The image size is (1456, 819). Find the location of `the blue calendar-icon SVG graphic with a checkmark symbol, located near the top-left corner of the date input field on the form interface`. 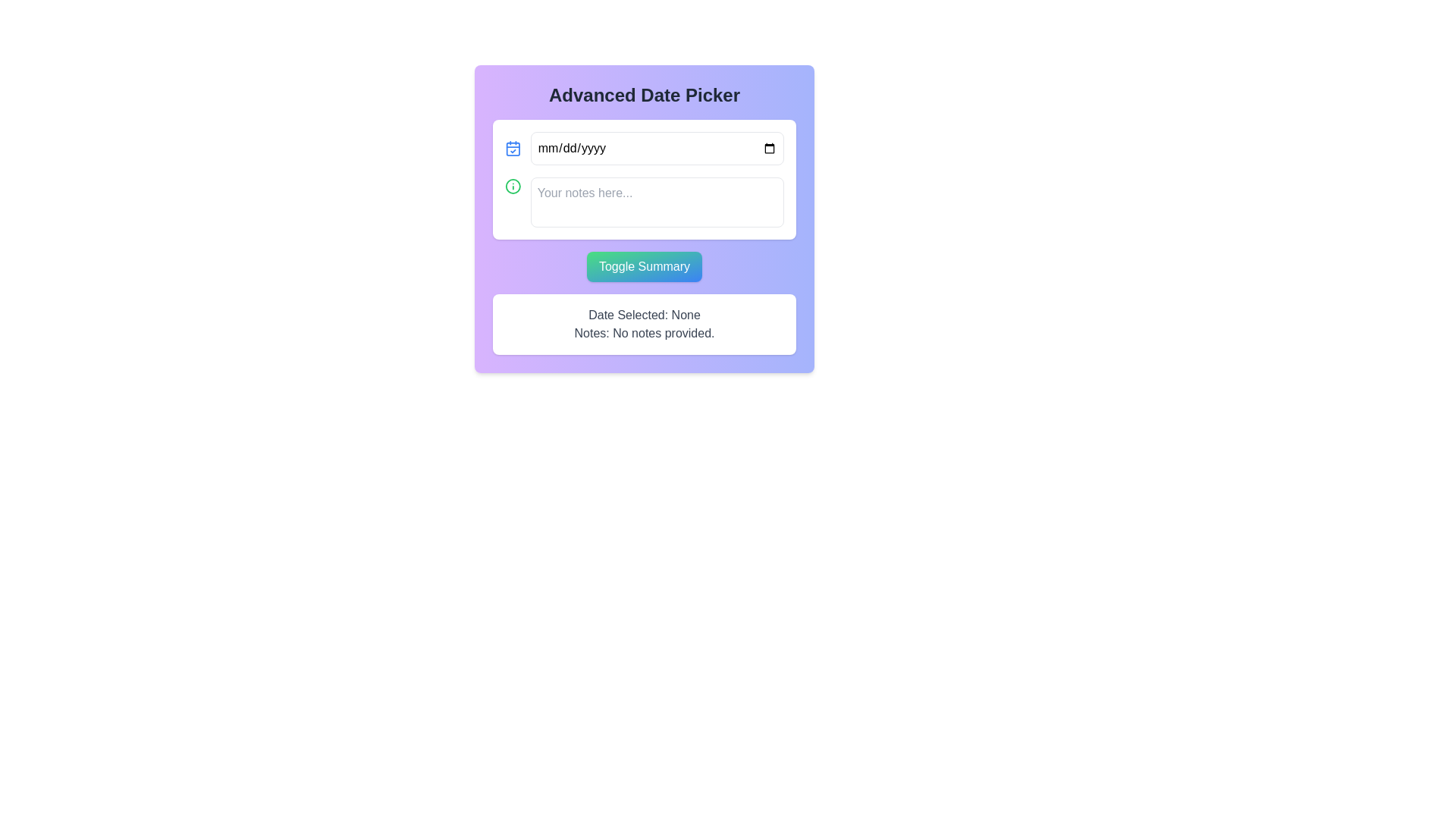

the blue calendar-icon SVG graphic with a checkmark symbol, located near the top-left corner of the date input field on the form interface is located at coordinates (513, 149).